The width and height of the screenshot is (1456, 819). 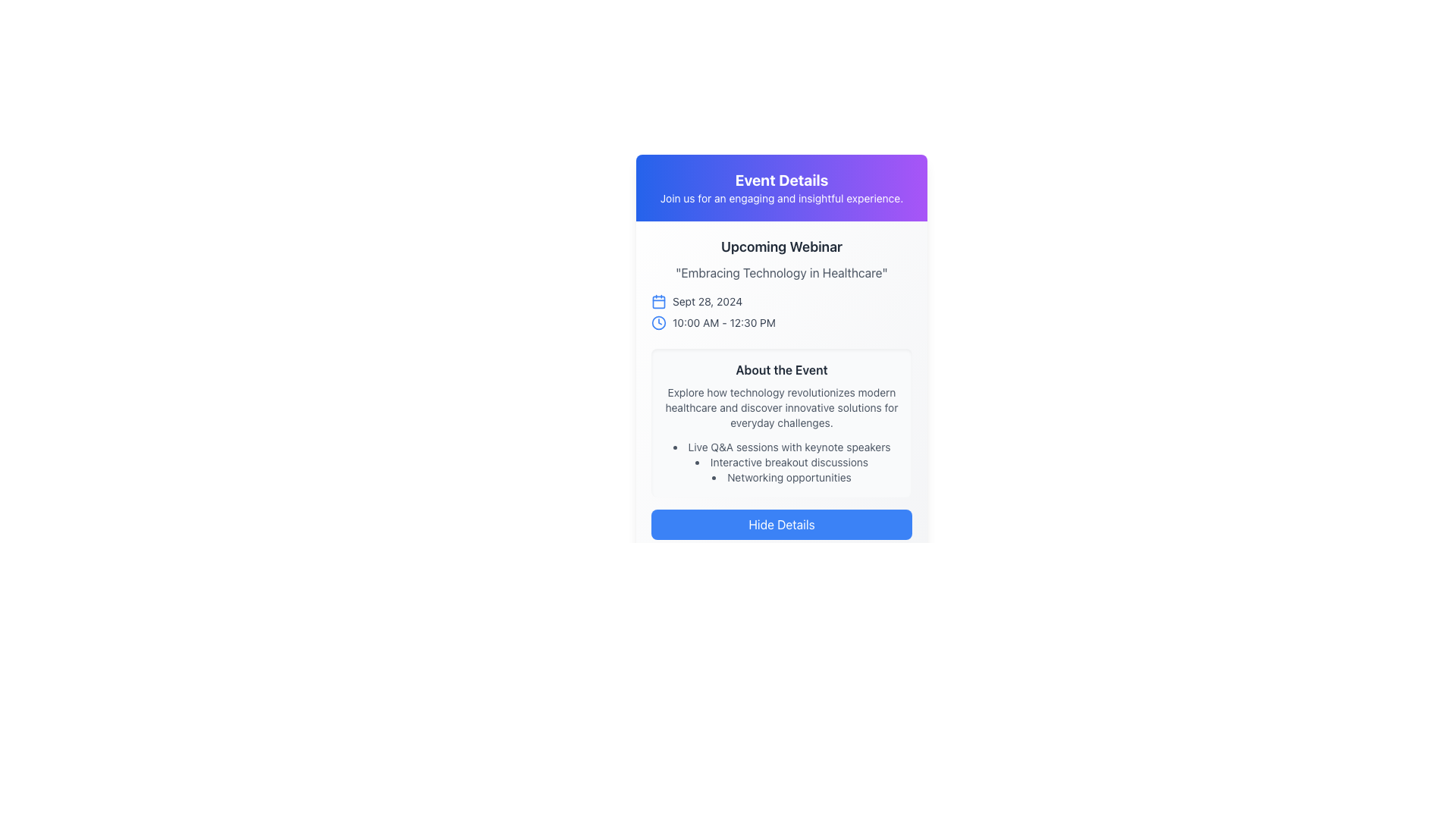 What do you see at coordinates (658, 322) in the screenshot?
I see `the graphical clock icon with a blue color located to the left of the time range text '10:00 AM - 12:30 PM'` at bounding box center [658, 322].